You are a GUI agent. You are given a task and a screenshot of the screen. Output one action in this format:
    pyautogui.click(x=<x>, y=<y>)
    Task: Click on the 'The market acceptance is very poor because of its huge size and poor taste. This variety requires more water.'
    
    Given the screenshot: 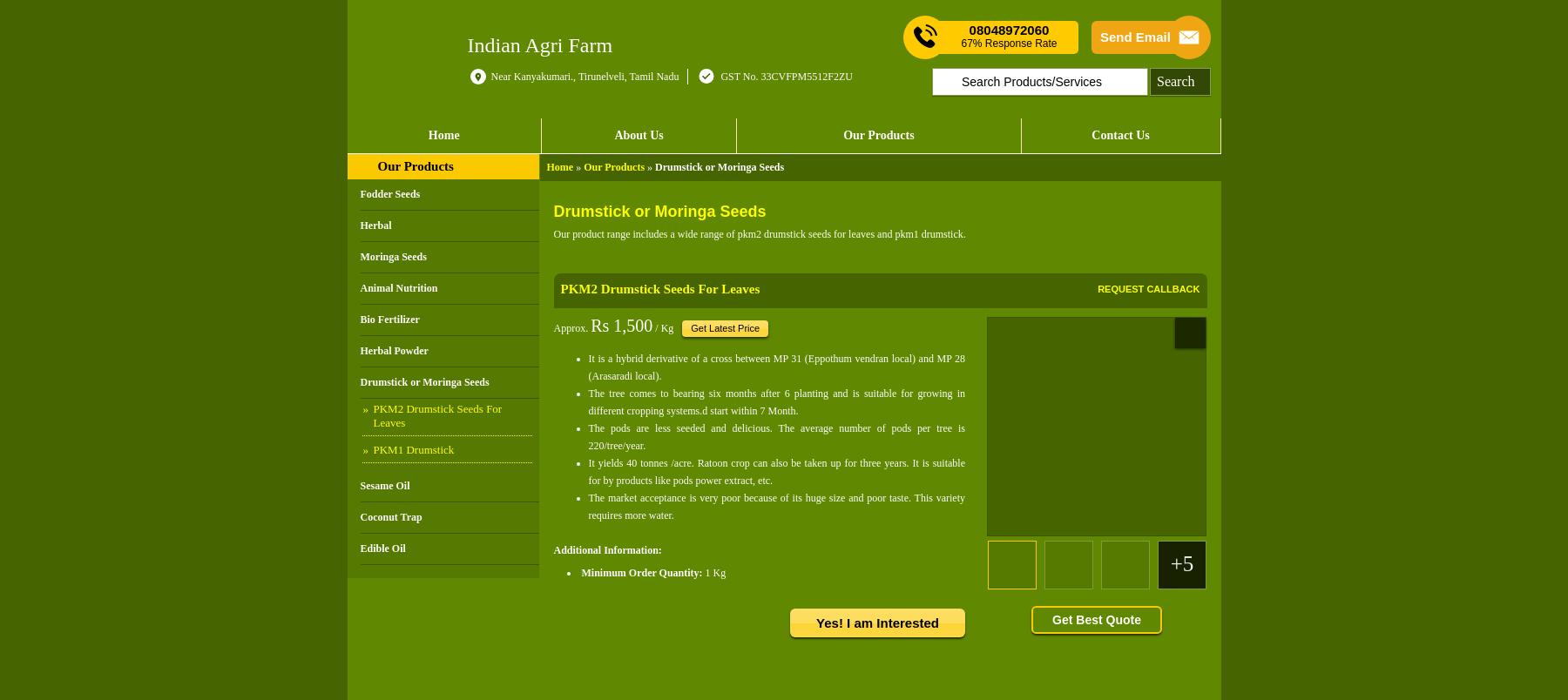 What is the action you would take?
    pyautogui.click(x=776, y=506)
    